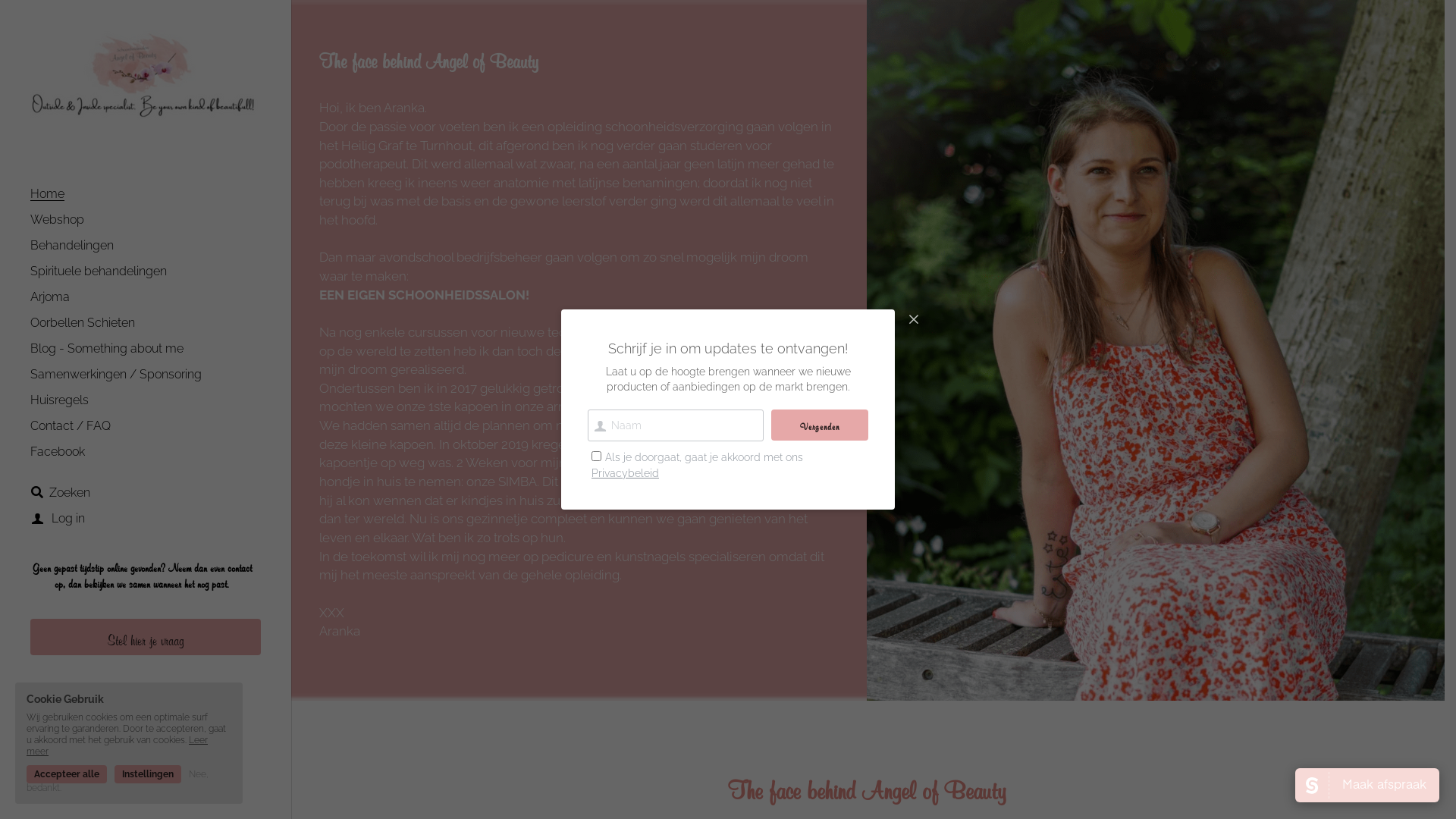 Image resolution: width=1456 pixels, height=819 pixels. Describe the element at coordinates (146, 637) in the screenshot. I see `'Stel hier je vraag'` at that location.